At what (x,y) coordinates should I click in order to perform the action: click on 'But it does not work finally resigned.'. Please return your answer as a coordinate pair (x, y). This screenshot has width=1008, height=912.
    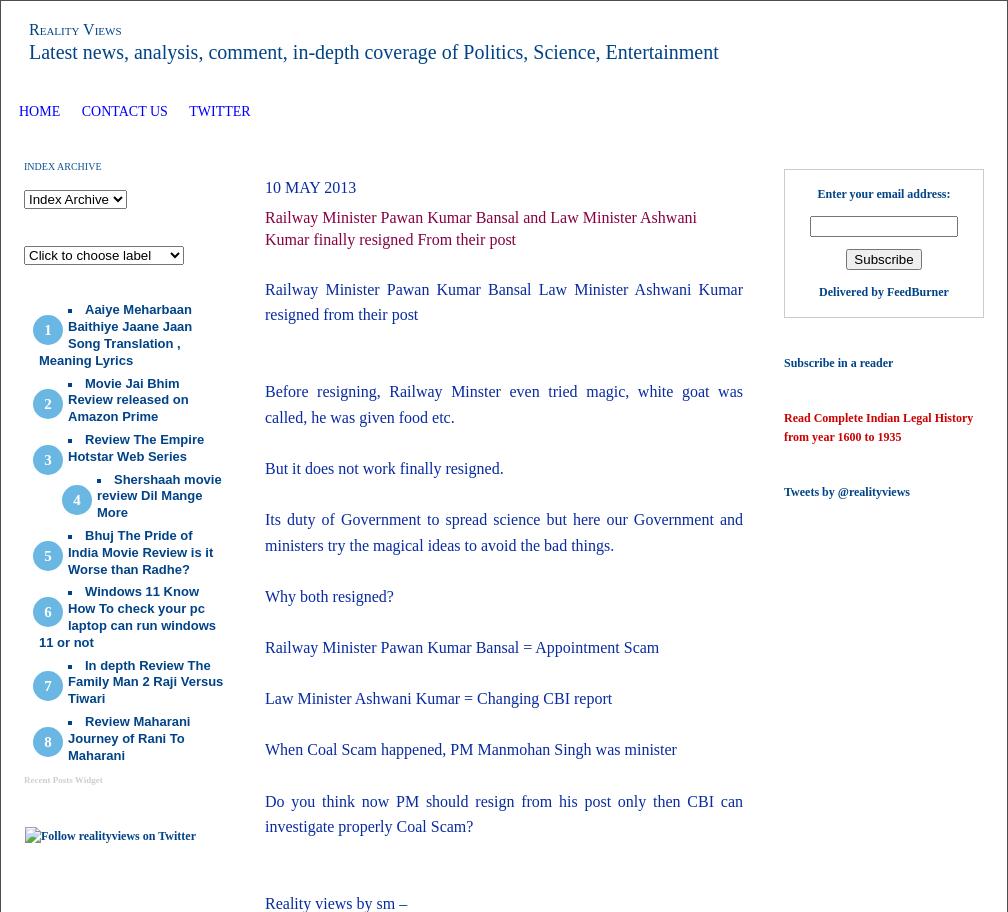
    Looking at the image, I should click on (384, 467).